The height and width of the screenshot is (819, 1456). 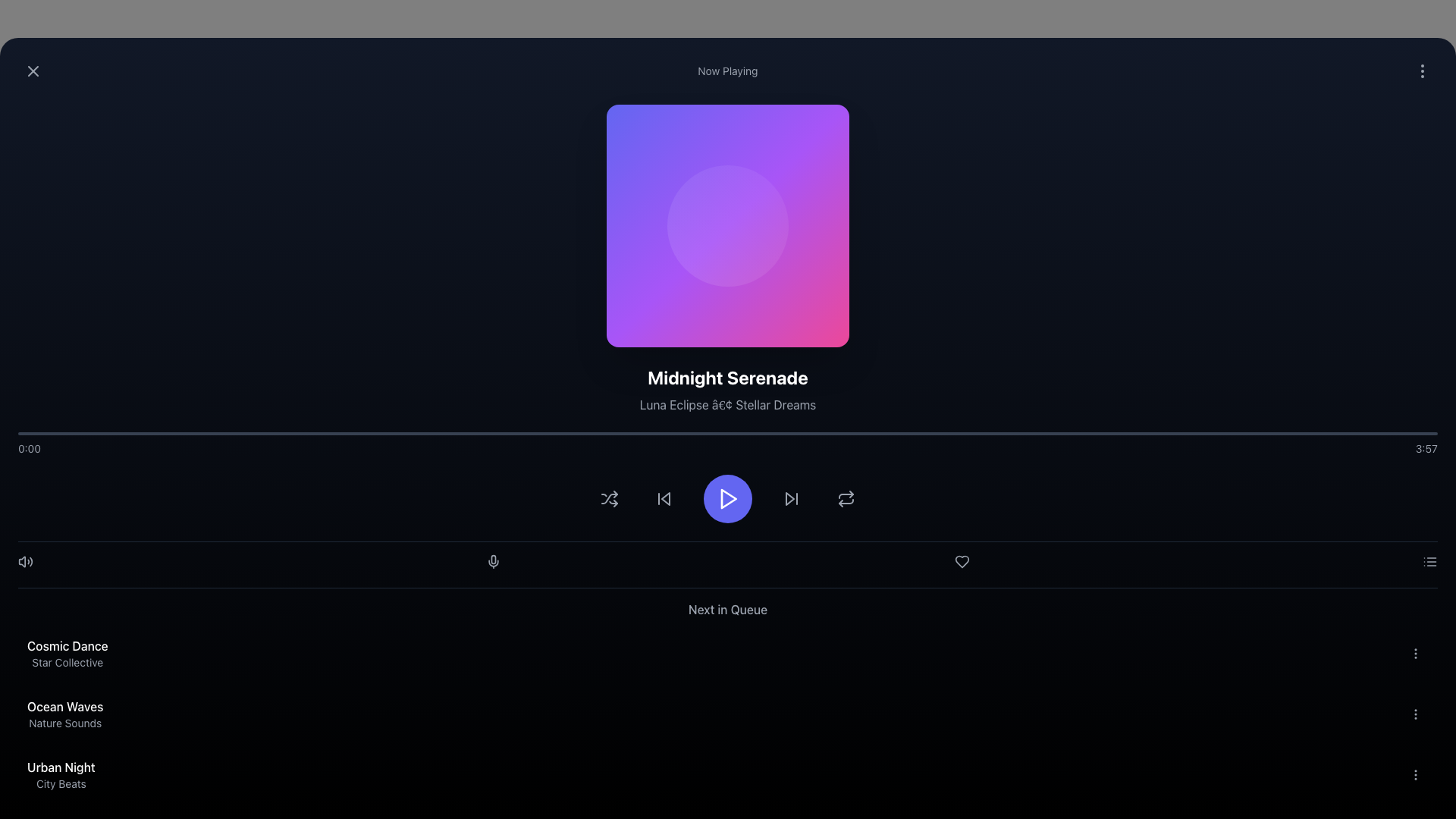 I want to click on the skip-forward button, which resembles a triangular play button pointing to the right and is gray in color, located in the audio control bar under the track's title, so click(x=790, y=499).